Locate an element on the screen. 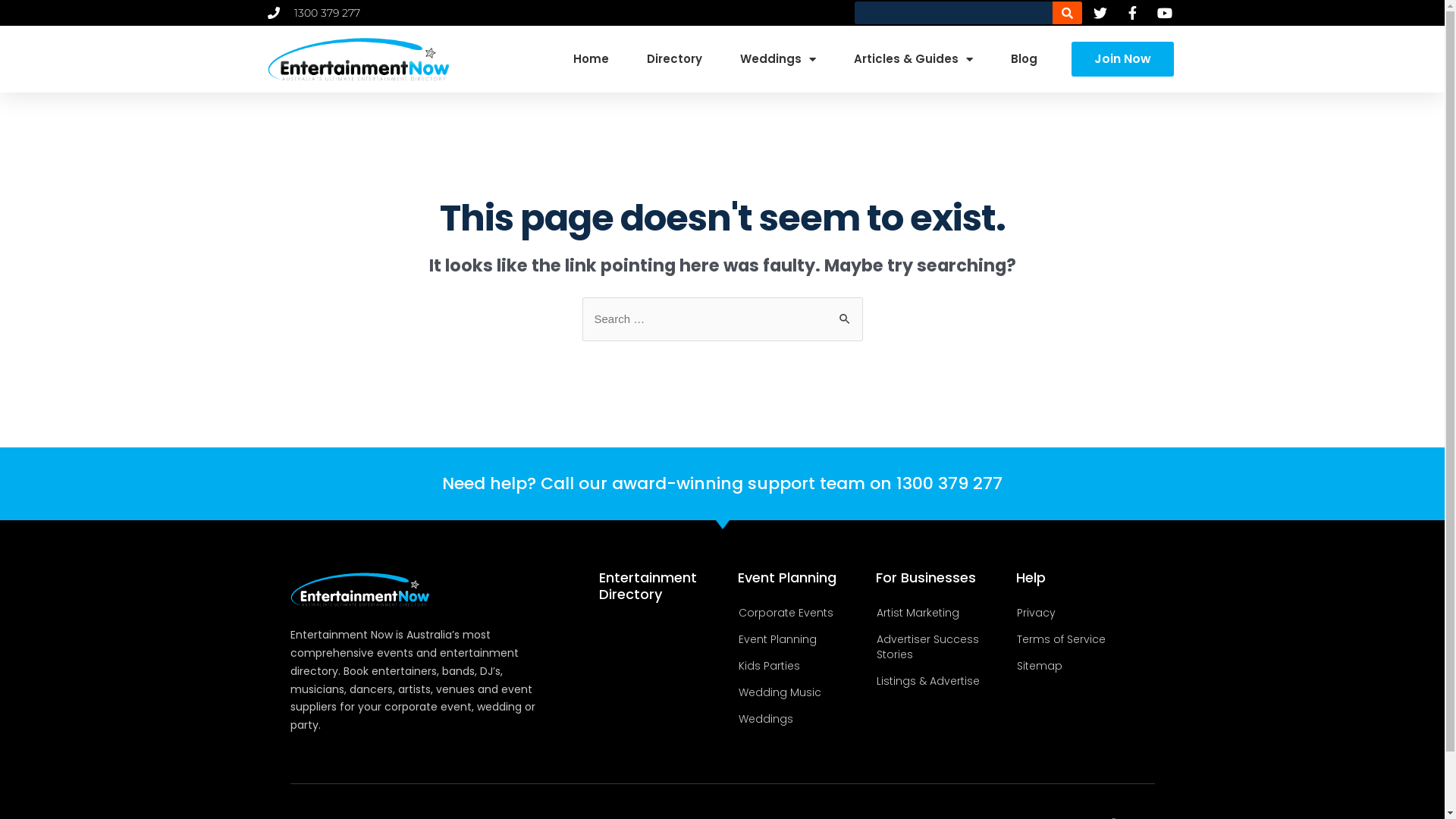 The width and height of the screenshot is (1456, 819). 'Search' is located at coordinates (827, 312).